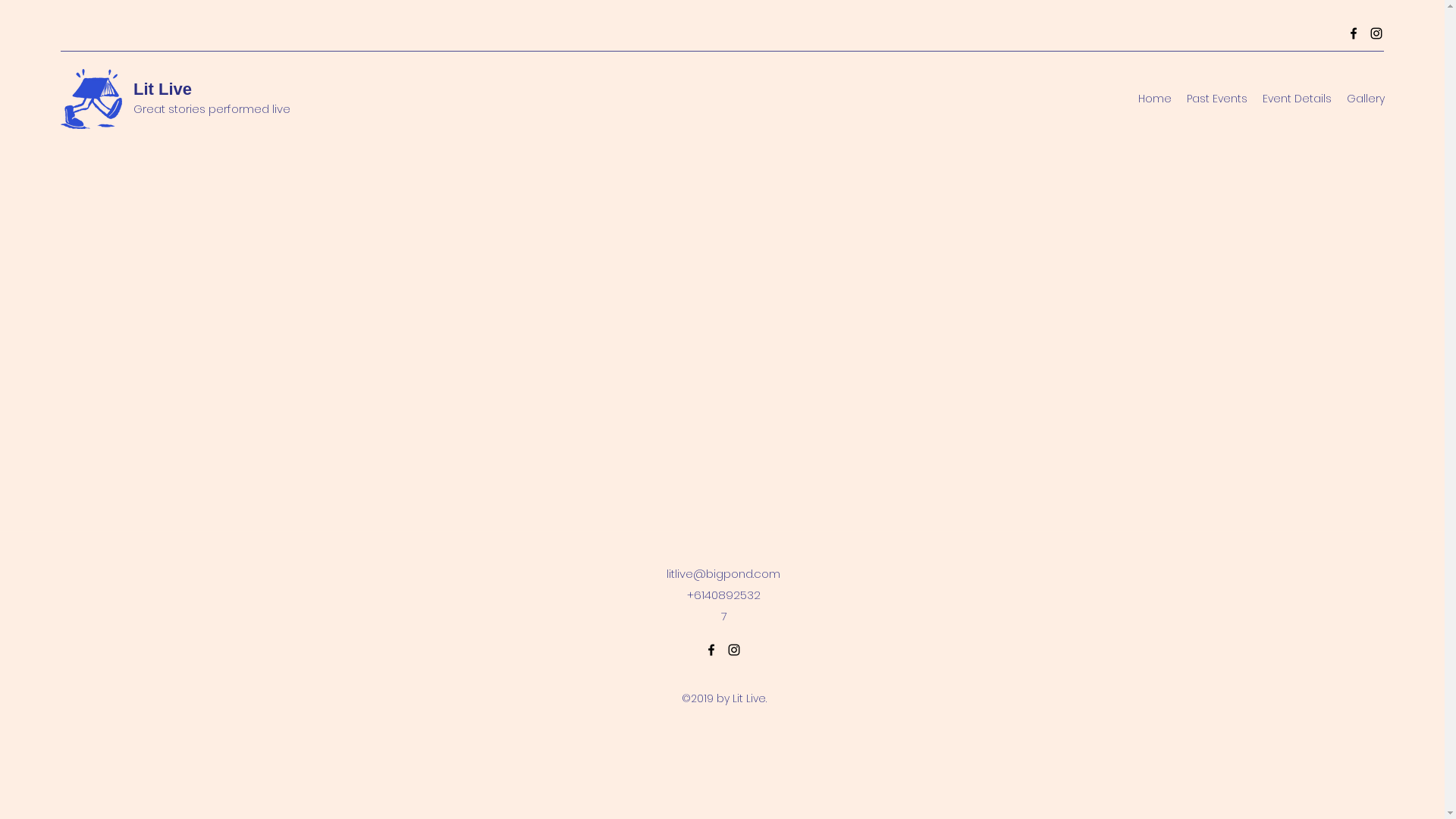 Image resolution: width=1456 pixels, height=819 pixels. I want to click on 'Lit Live', so click(162, 89).